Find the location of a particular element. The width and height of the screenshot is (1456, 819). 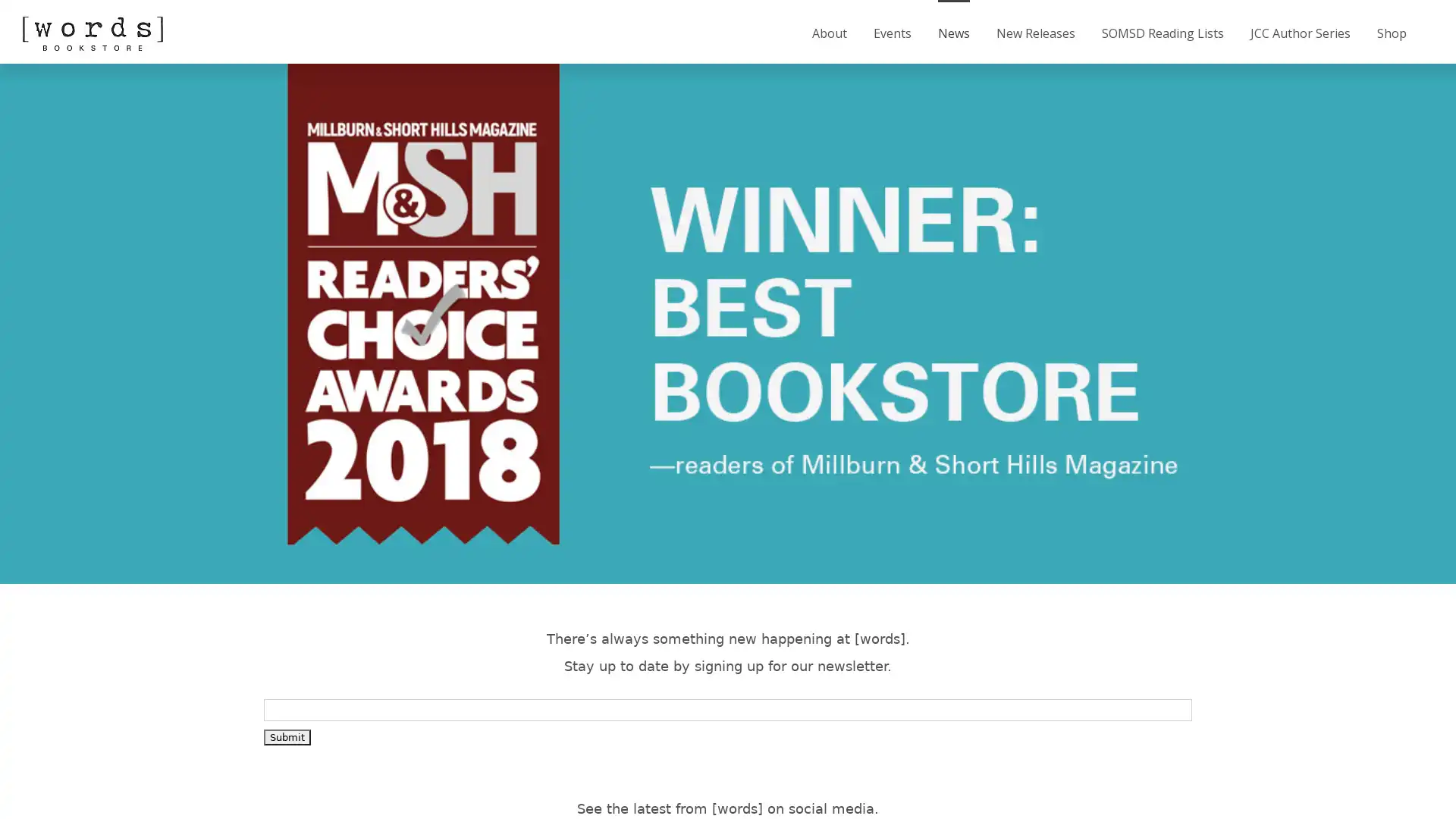

Submit is located at coordinates (287, 736).